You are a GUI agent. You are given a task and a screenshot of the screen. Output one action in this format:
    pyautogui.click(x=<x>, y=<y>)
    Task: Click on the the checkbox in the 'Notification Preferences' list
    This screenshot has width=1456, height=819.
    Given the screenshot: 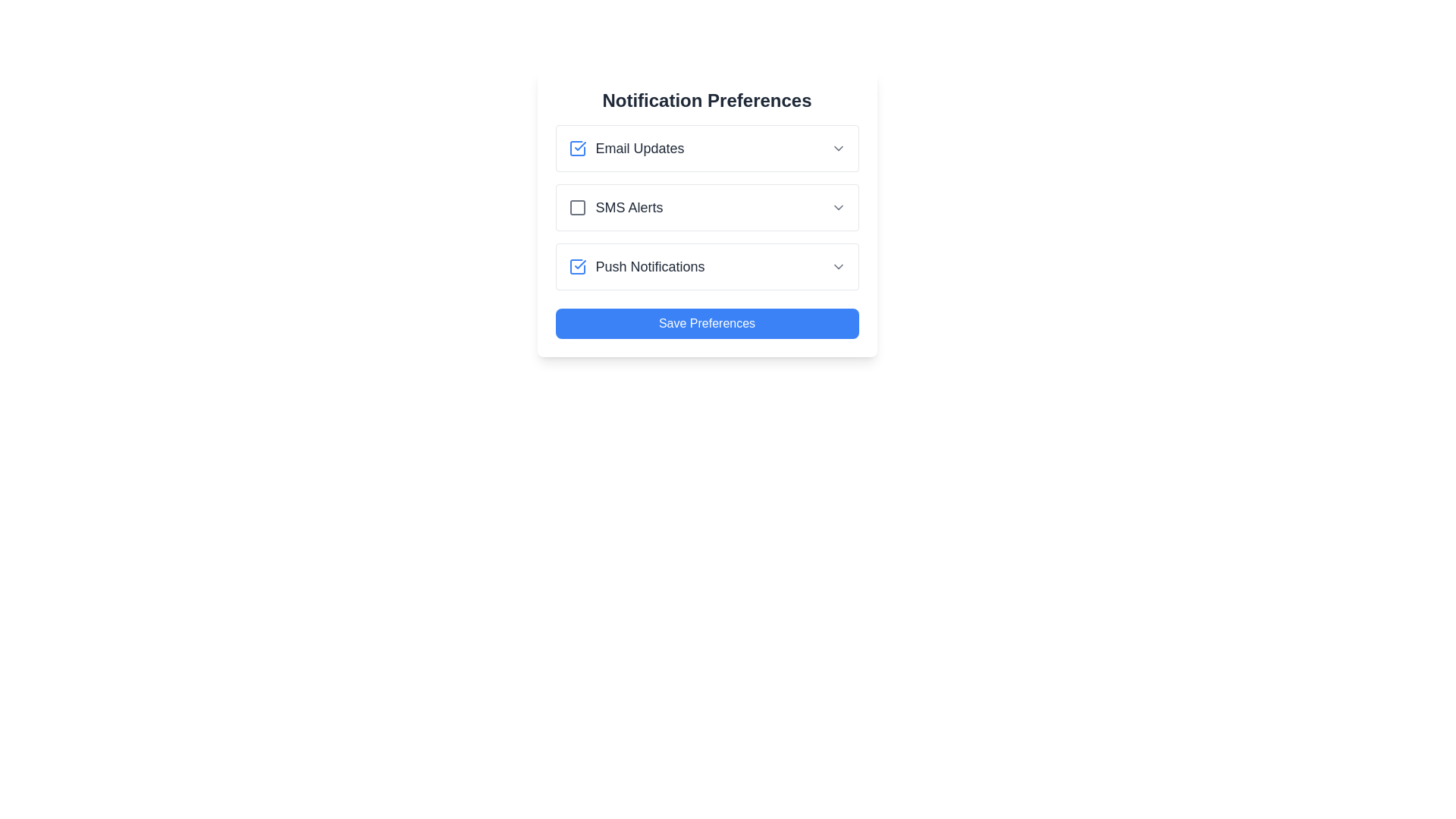 What is the action you would take?
    pyautogui.click(x=706, y=265)
    